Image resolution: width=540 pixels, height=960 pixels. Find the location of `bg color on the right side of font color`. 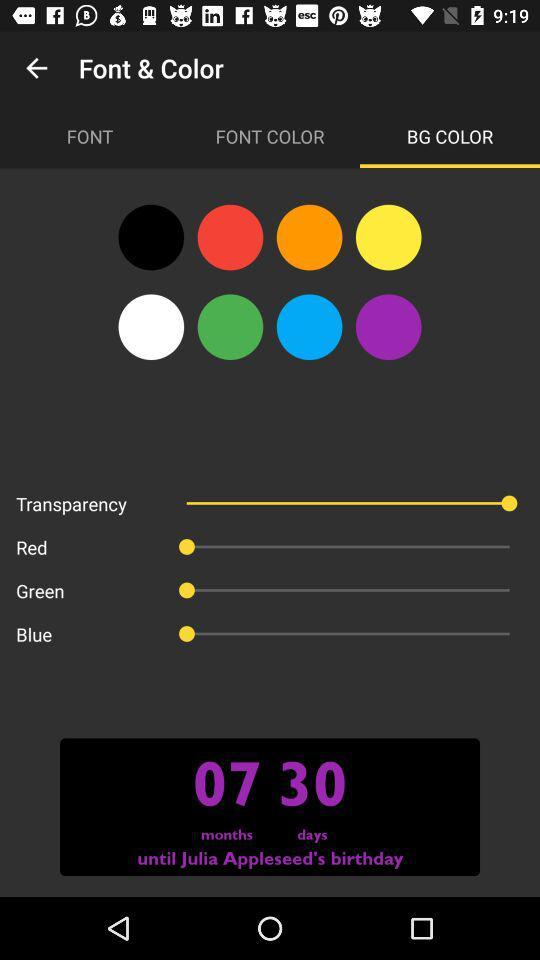

bg color on the right side of font color is located at coordinates (449, 135).